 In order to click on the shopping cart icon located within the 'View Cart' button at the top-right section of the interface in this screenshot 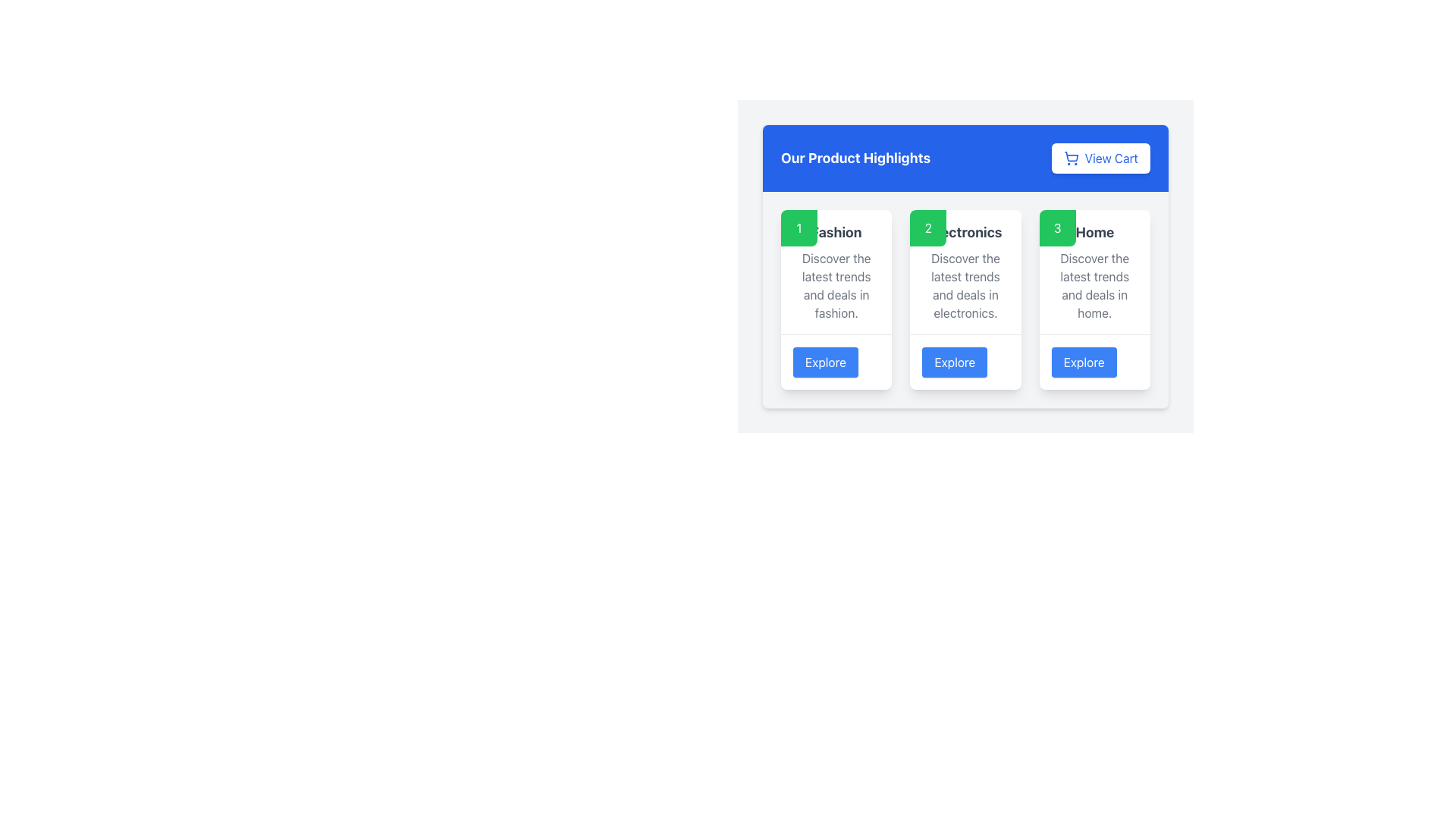, I will do `click(1070, 158)`.